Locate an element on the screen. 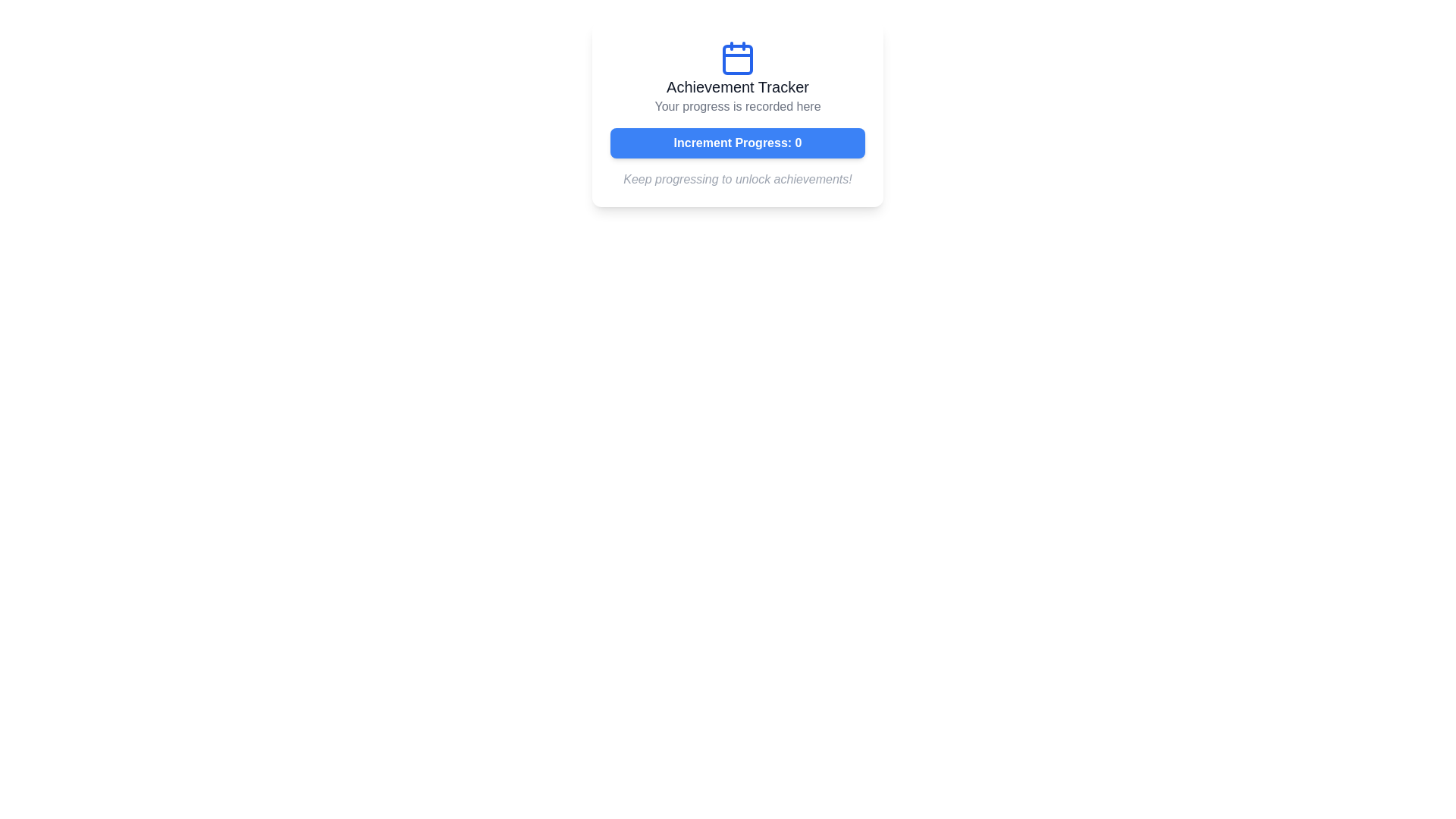 The image size is (1456, 819). the increment button located below 'Achievement Tracker' and above 'Keep progressing to unlock achievements!' to observe the hover effects is located at coordinates (738, 143).